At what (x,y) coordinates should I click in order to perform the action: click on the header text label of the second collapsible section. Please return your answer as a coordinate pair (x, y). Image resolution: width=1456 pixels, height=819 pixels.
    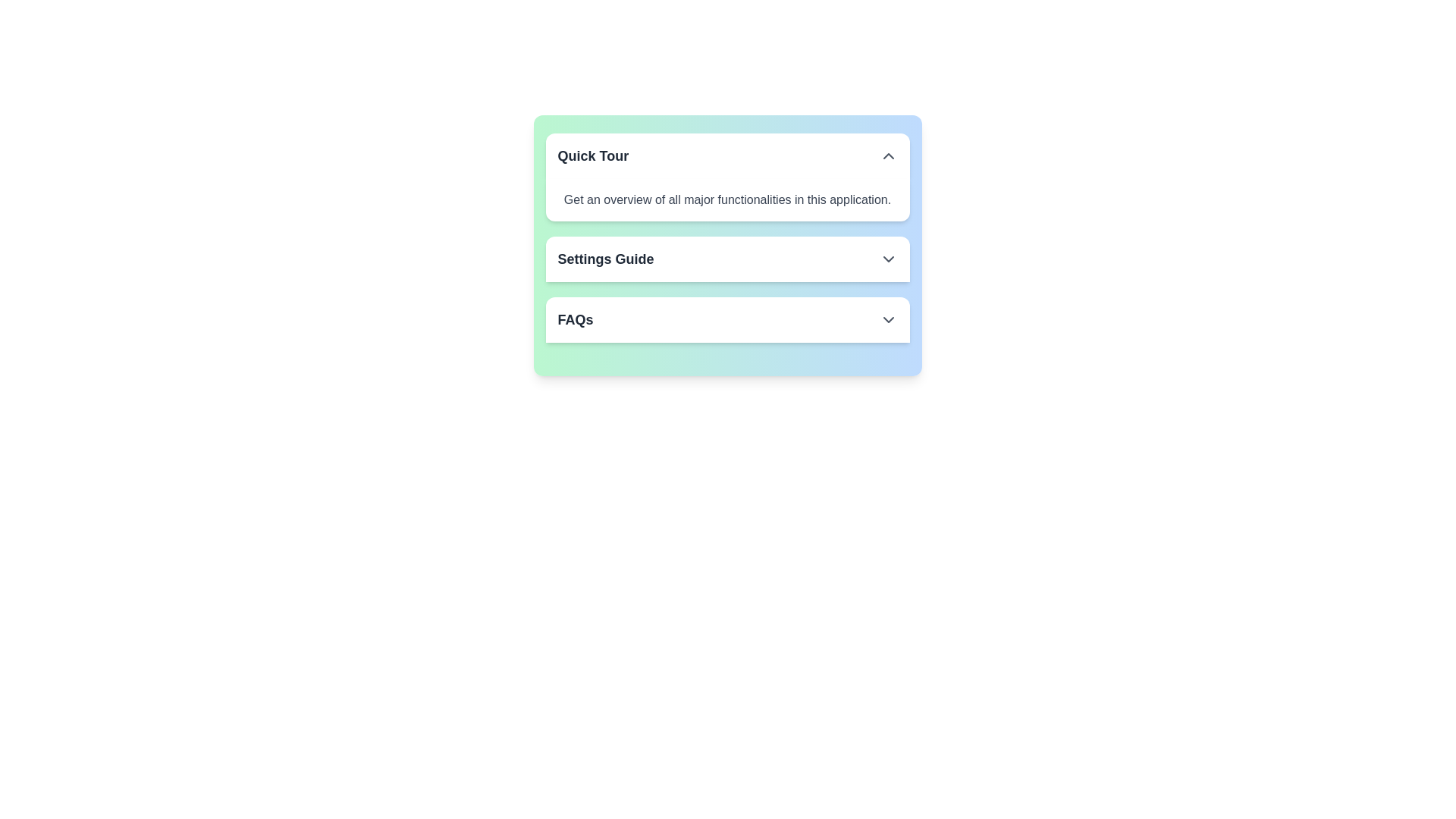
    Looking at the image, I should click on (605, 259).